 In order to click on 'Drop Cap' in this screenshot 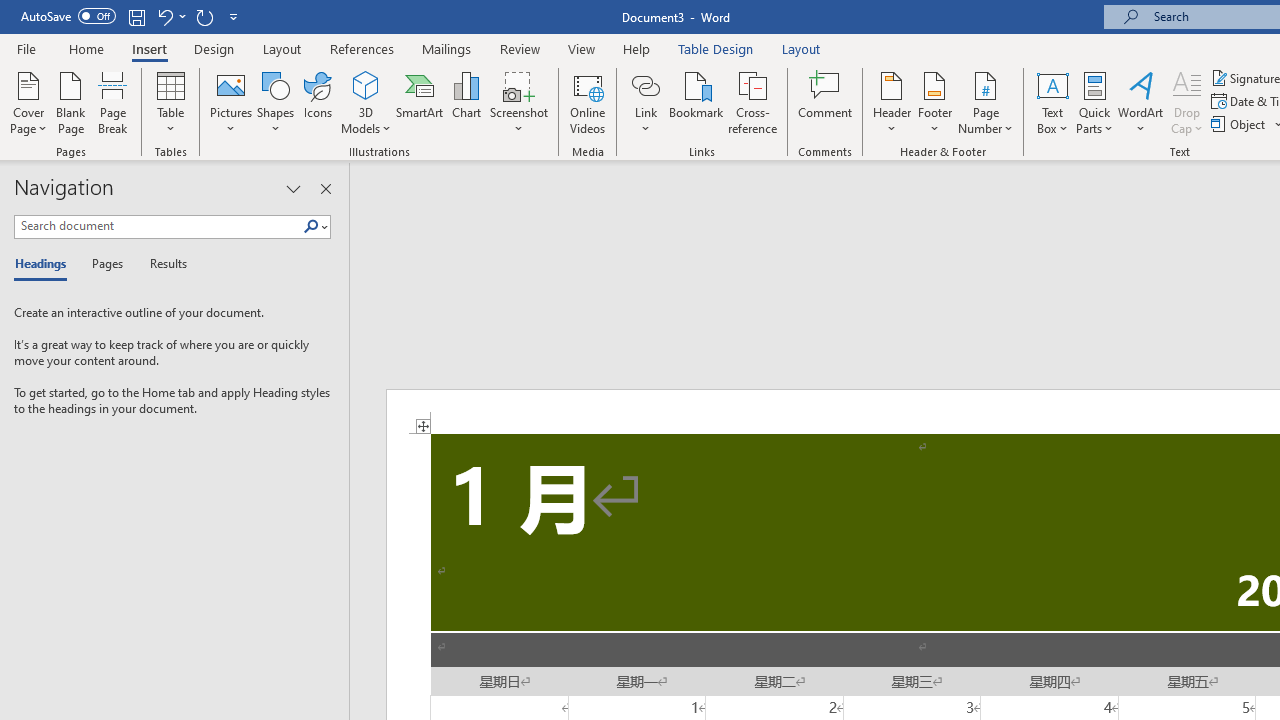, I will do `click(1187, 103)`.